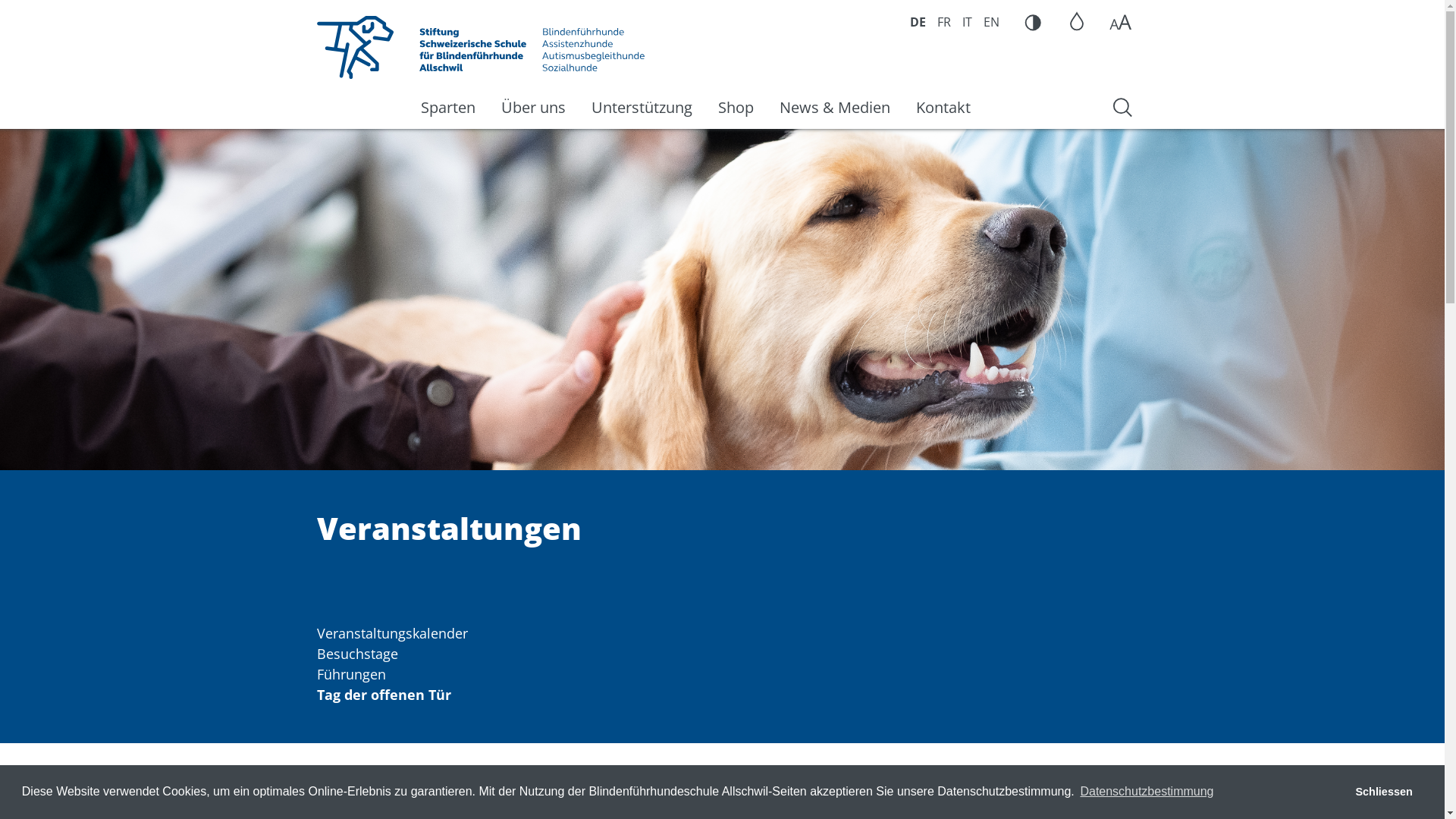  Describe the element at coordinates (910, 22) in the screenshot. I see `'DE'` at that location.